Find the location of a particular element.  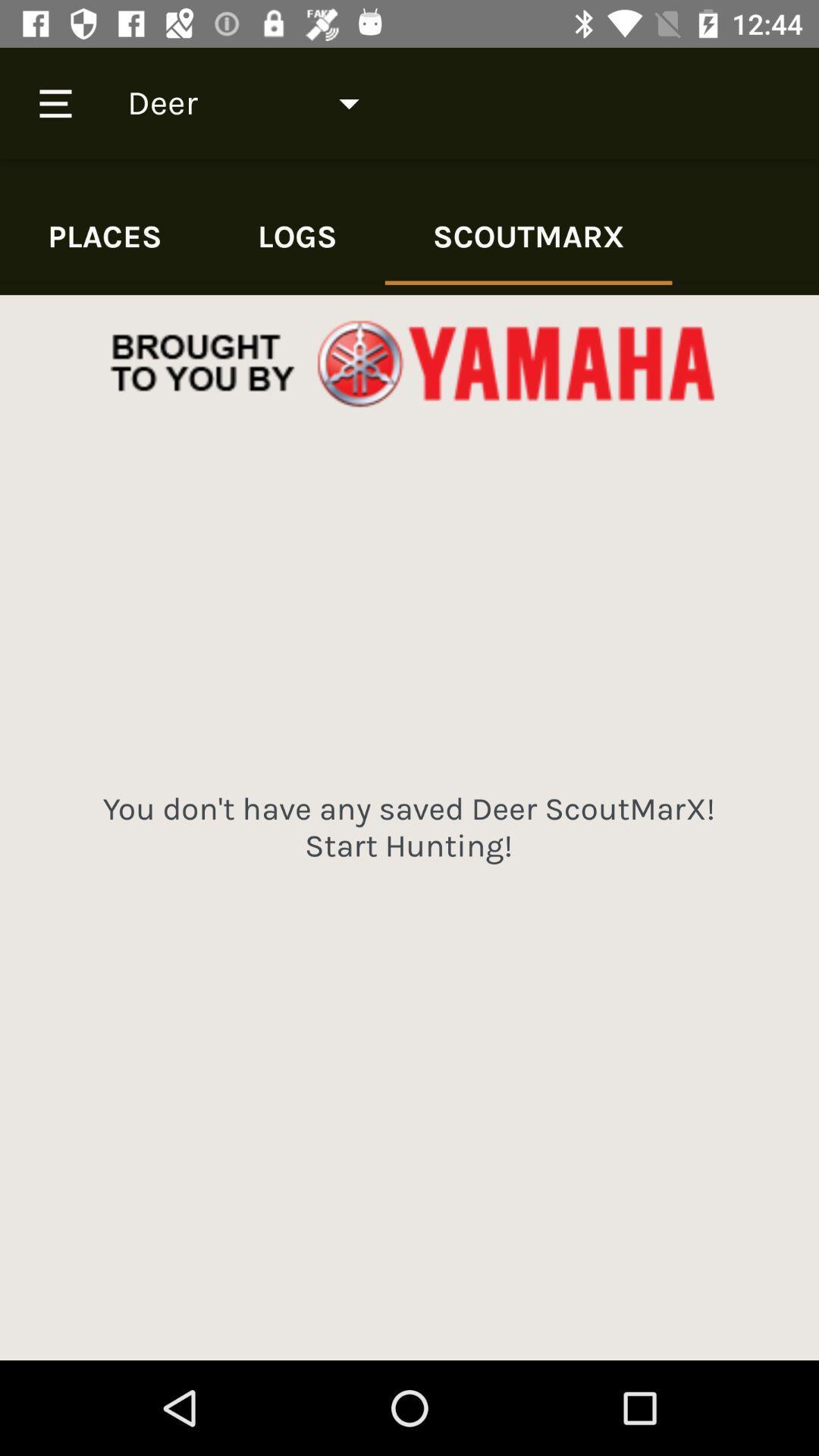

sponsor banner is located at coordinates (409, 365).